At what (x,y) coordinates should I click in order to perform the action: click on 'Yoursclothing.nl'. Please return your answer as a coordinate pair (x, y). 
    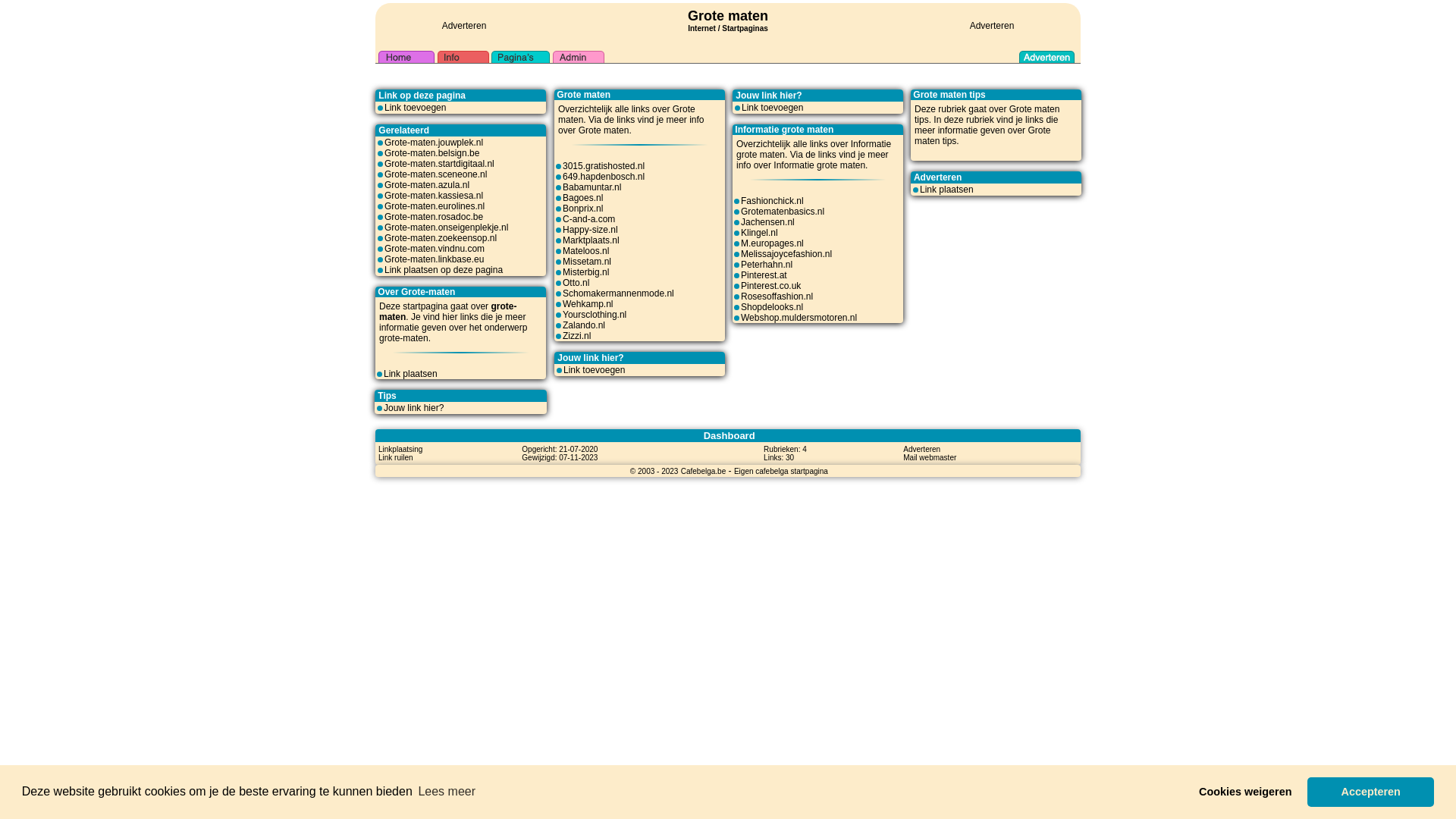
    Looking at the image, I should click on (593, 314).